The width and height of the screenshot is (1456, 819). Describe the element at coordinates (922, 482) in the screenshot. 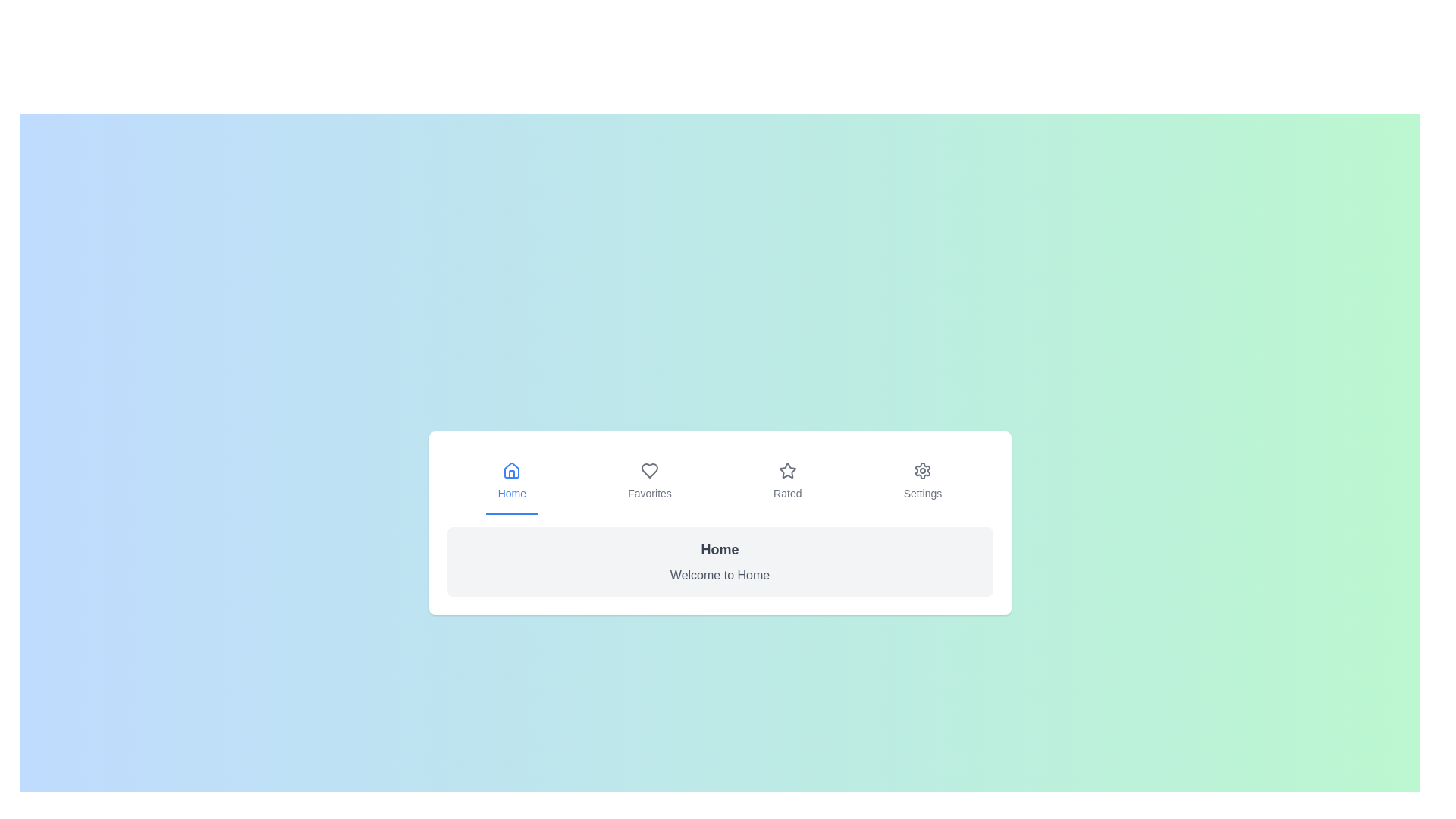

I see `the tab labeled Settings` at that location.